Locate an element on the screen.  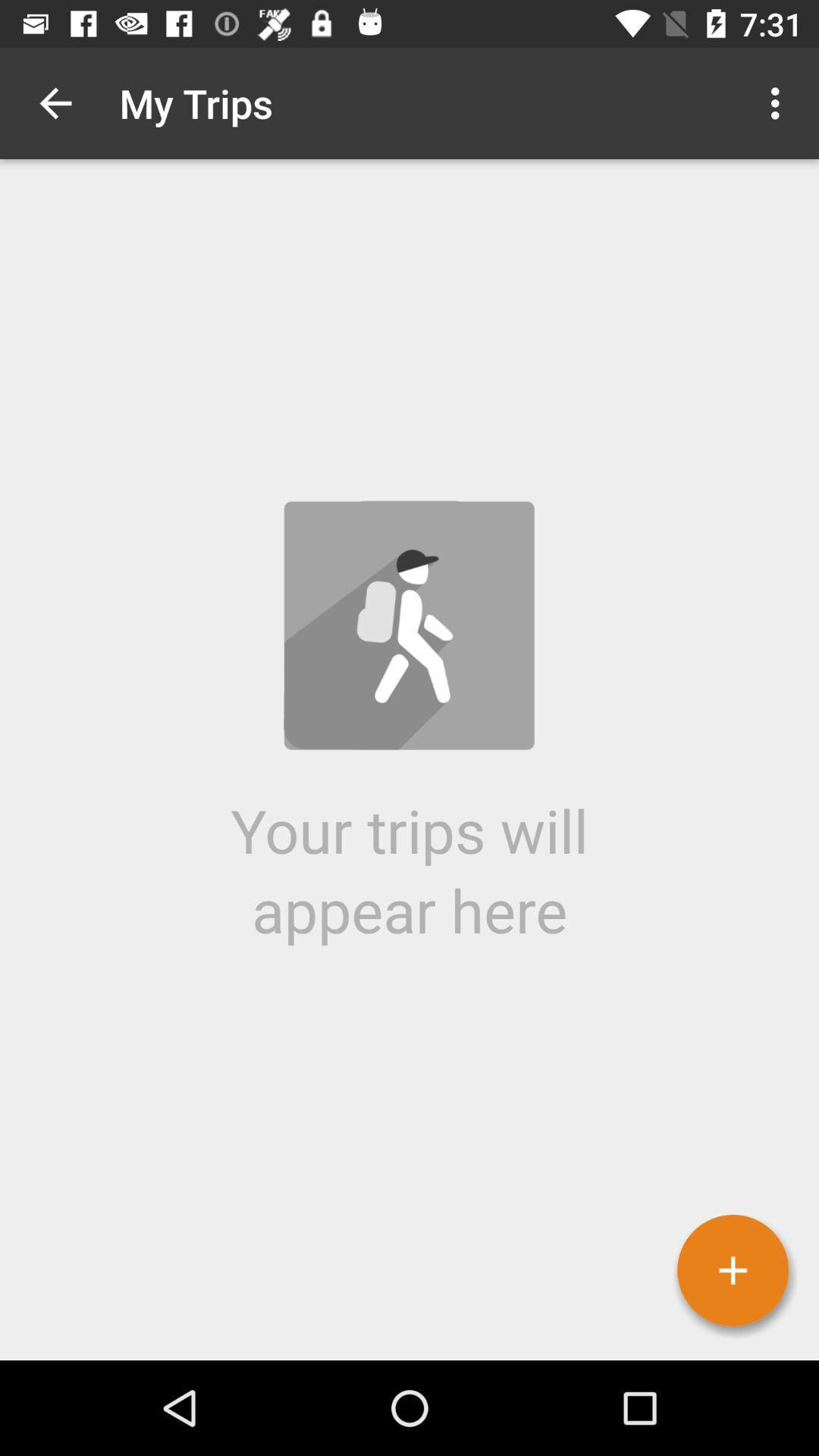
the icon next to the my trips item is located at coordinates (55, 102).